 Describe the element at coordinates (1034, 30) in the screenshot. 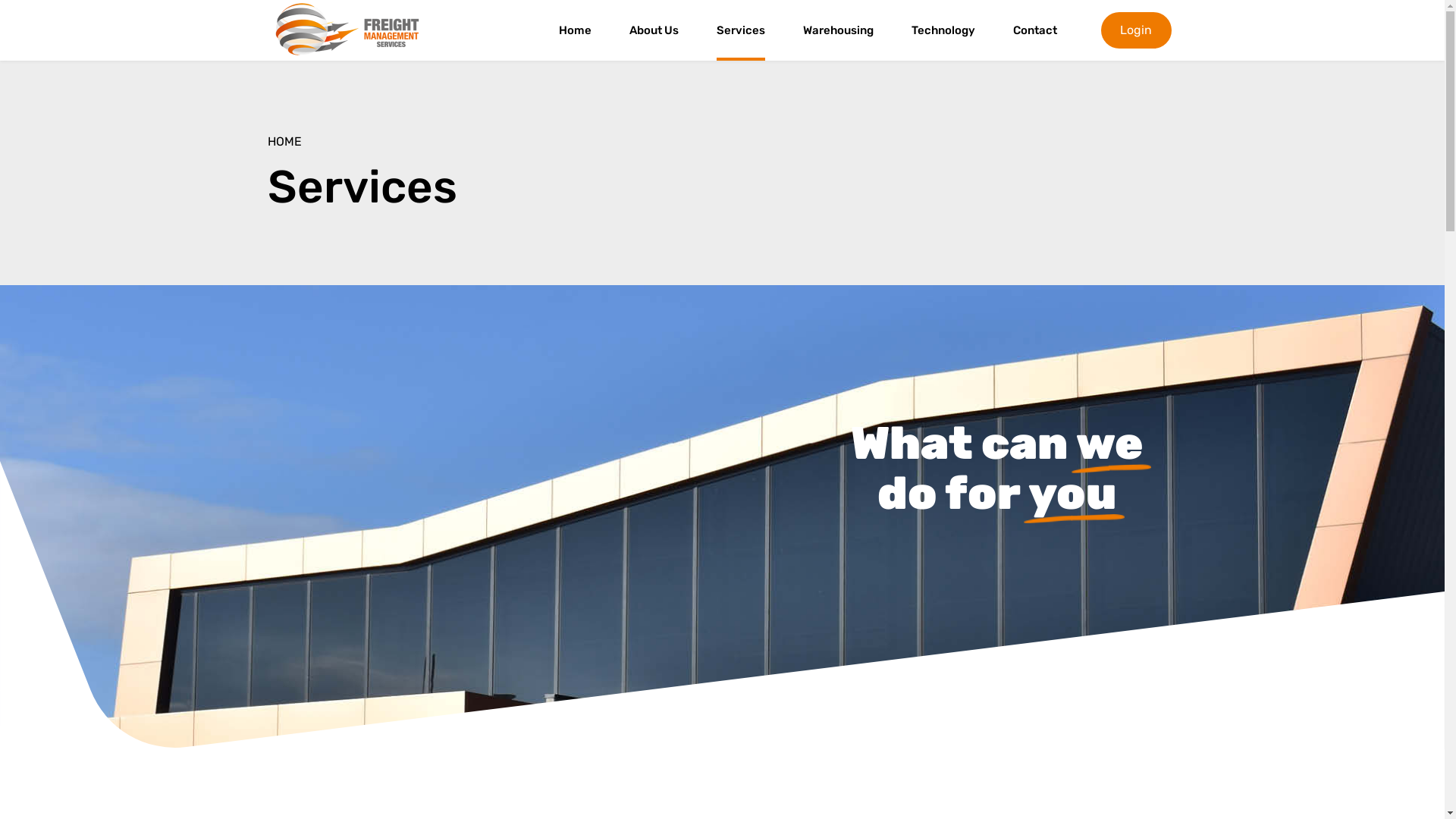

I see `'Contact'` at that location.